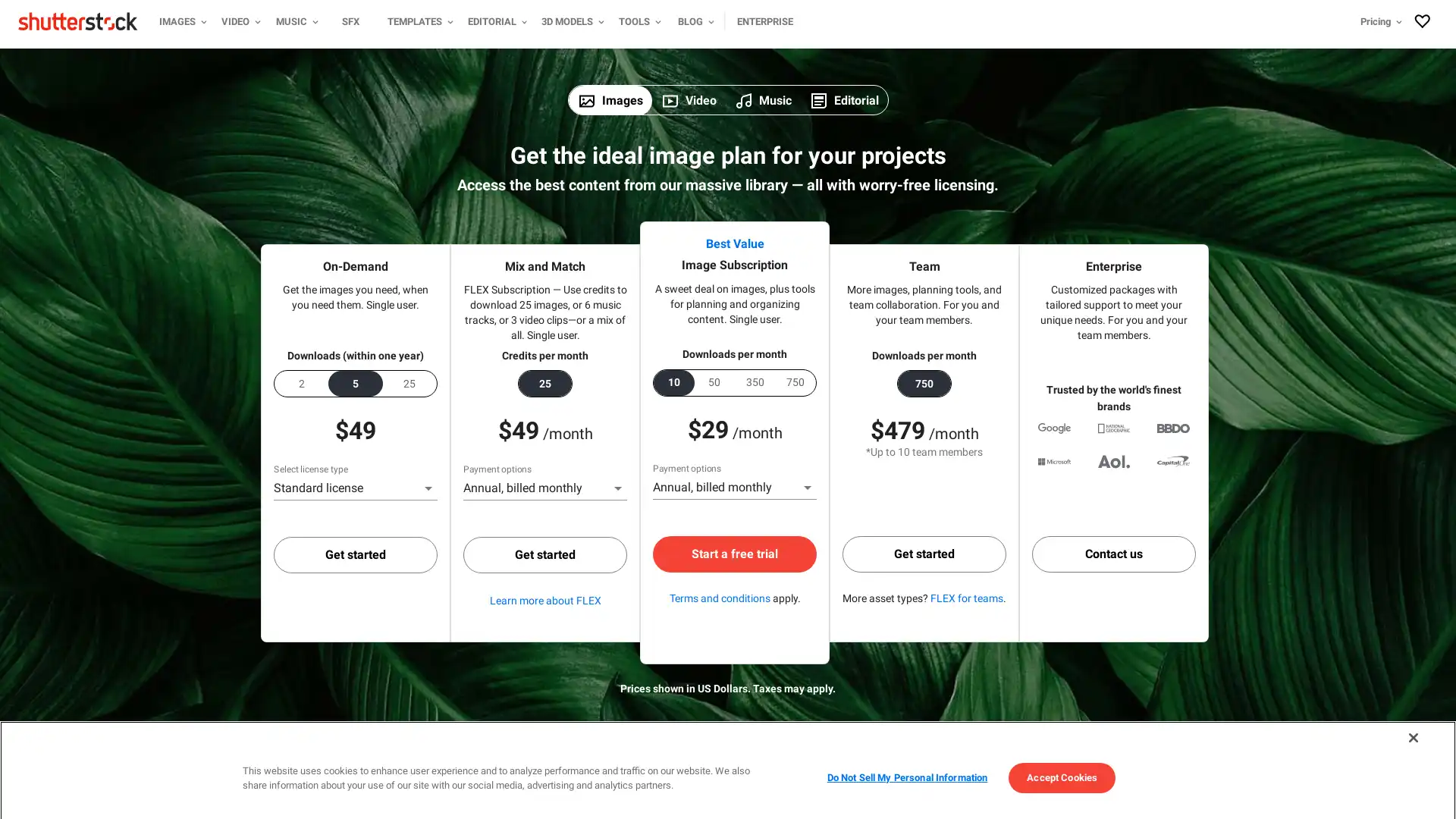 This screenshot has width=1456, height=819. What do you see at coordinates (494, 20) in the screenshot?
I see `Editorial` at bounding box center [494, 20].